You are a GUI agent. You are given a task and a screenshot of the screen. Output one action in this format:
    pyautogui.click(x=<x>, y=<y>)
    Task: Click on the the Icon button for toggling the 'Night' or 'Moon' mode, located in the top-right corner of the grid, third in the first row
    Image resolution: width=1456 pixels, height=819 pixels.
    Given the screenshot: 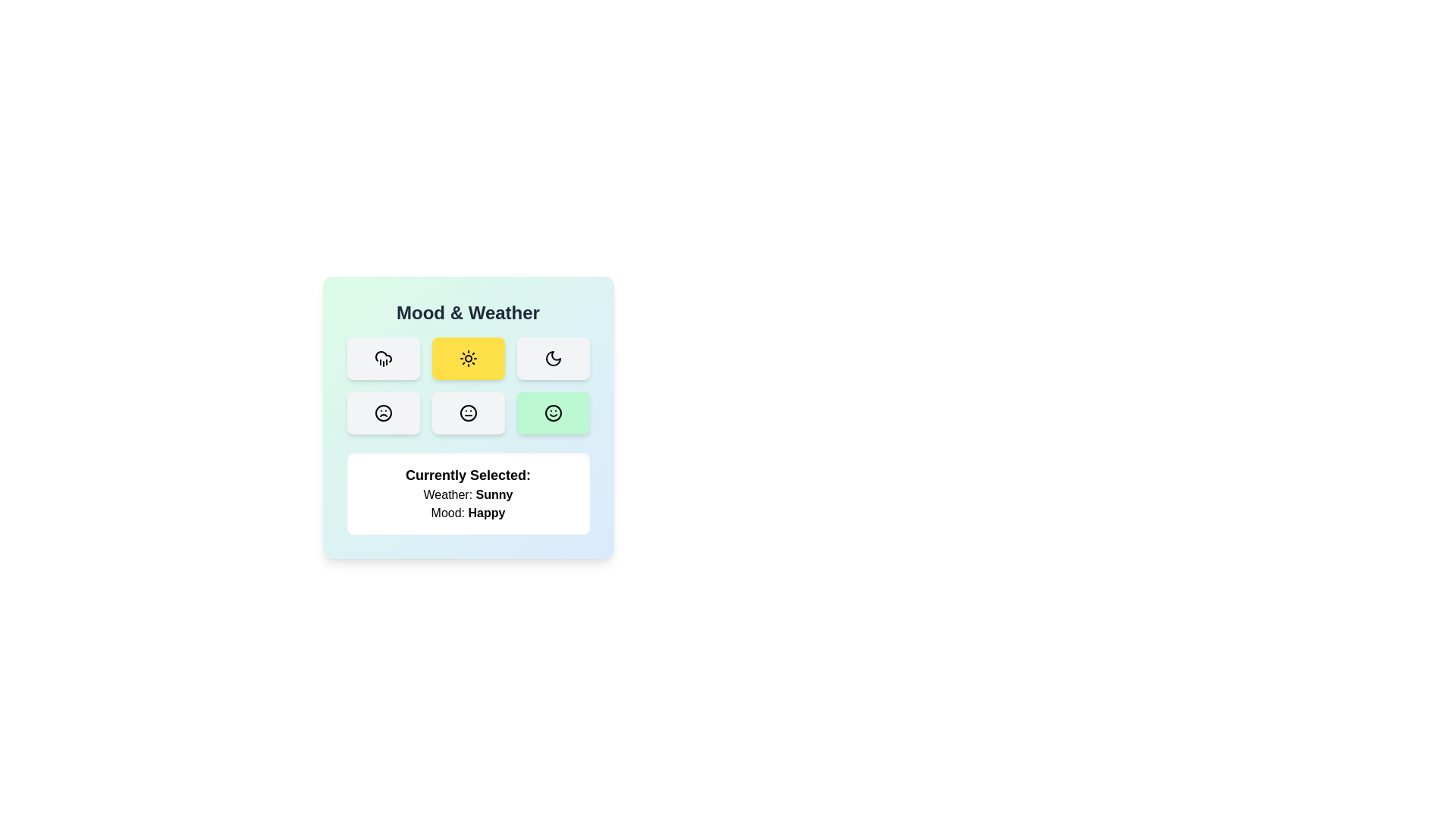 What is the action you would take?
    pyautogui.click(x=552, y=359)
    